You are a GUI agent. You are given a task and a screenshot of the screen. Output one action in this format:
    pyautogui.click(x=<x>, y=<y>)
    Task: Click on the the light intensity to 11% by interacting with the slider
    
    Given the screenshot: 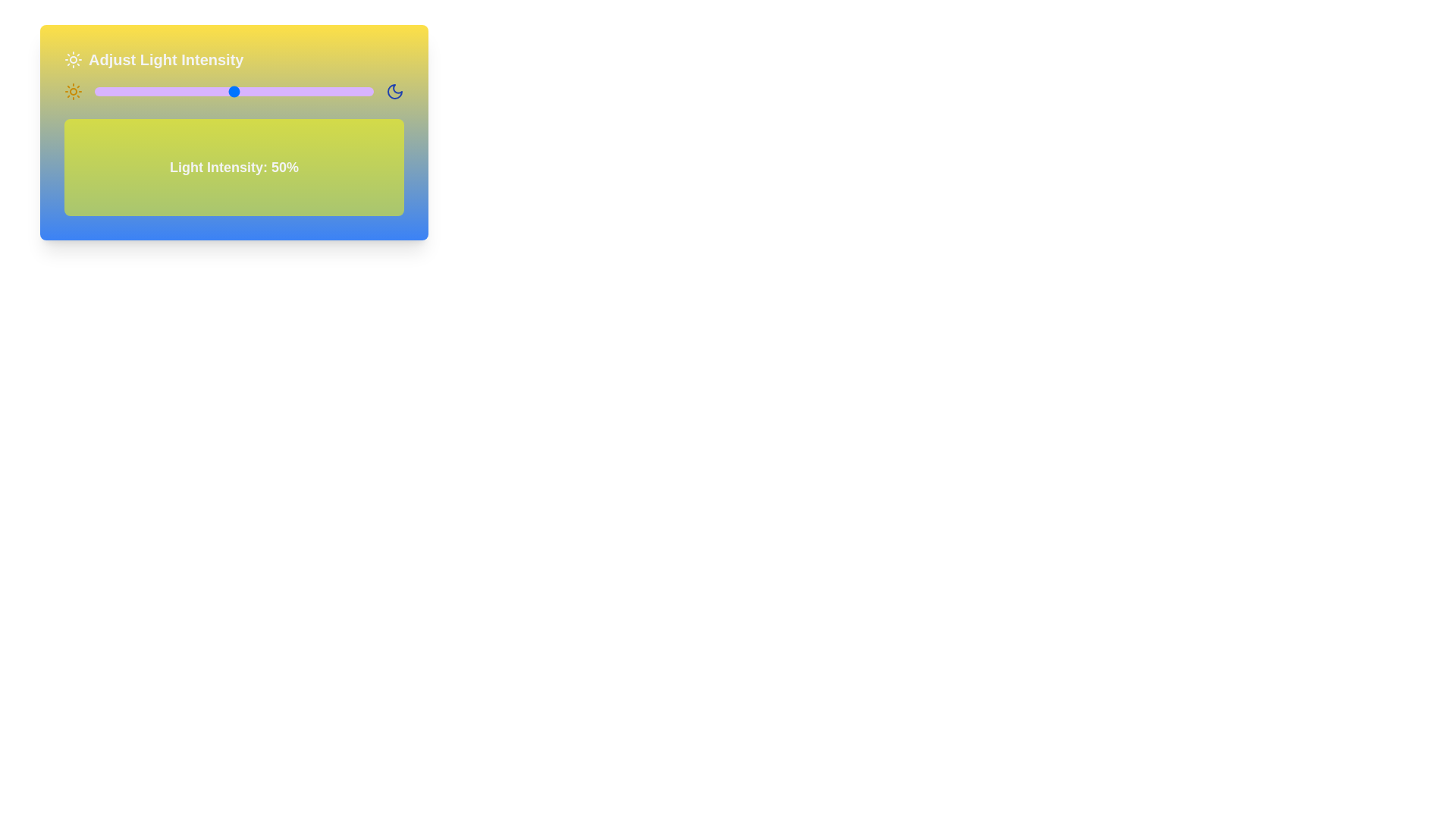 What is the action you would take?
    pyautogui.click(x=125, y=91)
    